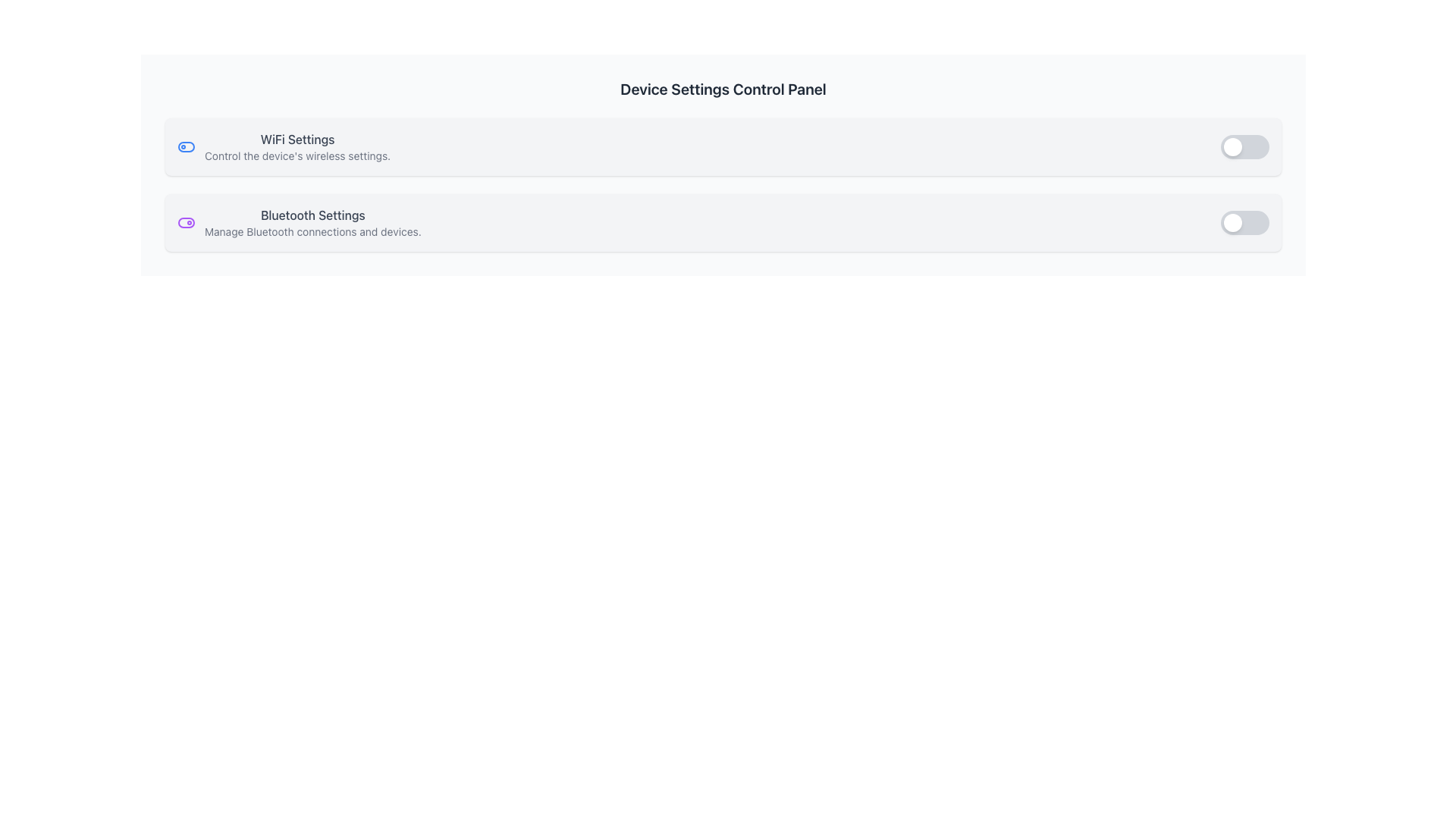  Describe the element at coordinates (723, 222) in the screenshot. I see `the Bluetooth settings toggle switch component, which is the second item` at that location.